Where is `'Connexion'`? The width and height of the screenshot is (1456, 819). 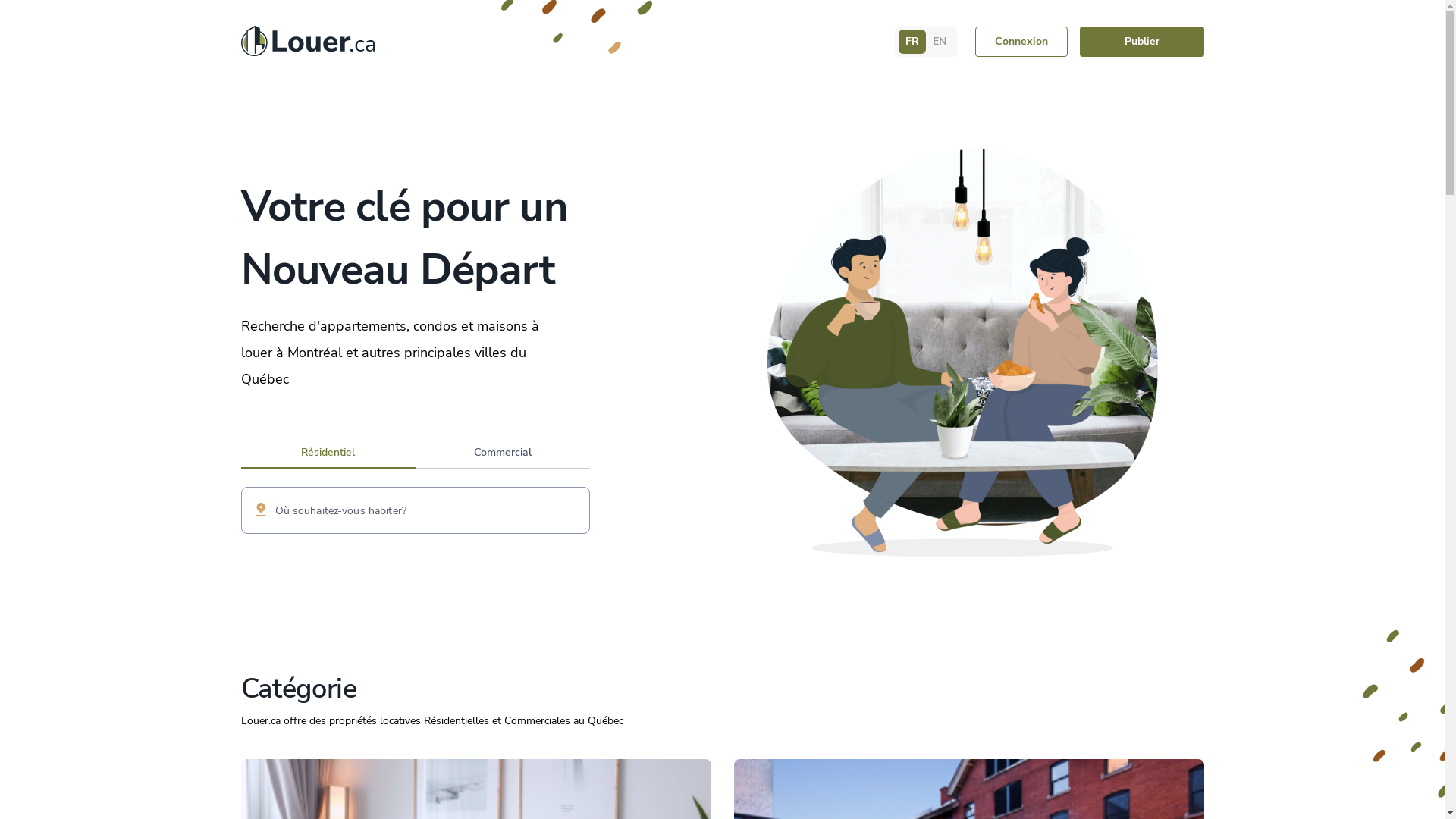
'Connexion' is located at coordinates (1021, 40).